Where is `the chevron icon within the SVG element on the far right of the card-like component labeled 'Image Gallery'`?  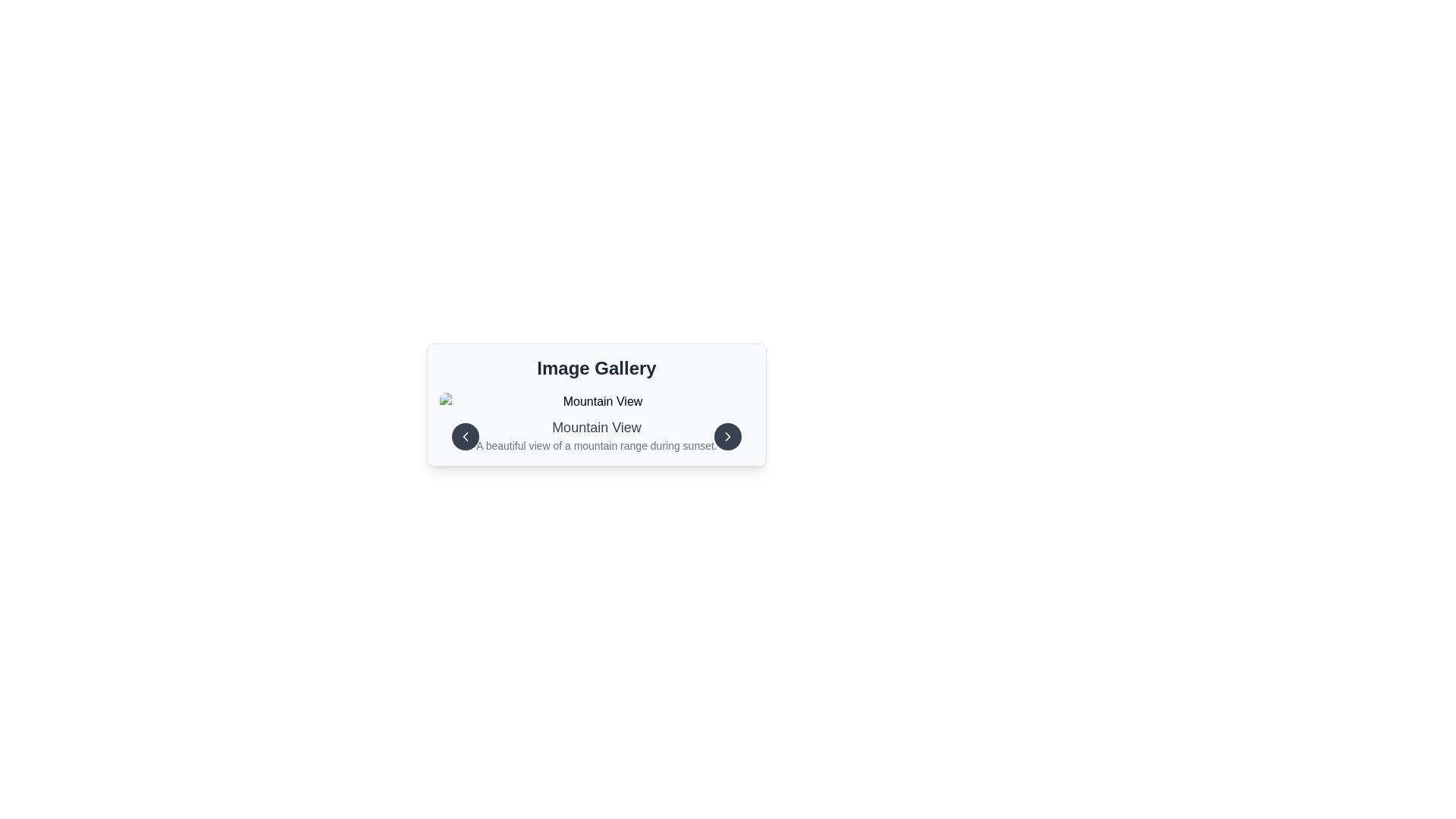
the chevron icon within the SVG element on the far right of the card-like component labeled 'Image Gallery' is located at coordinates (728, 436).